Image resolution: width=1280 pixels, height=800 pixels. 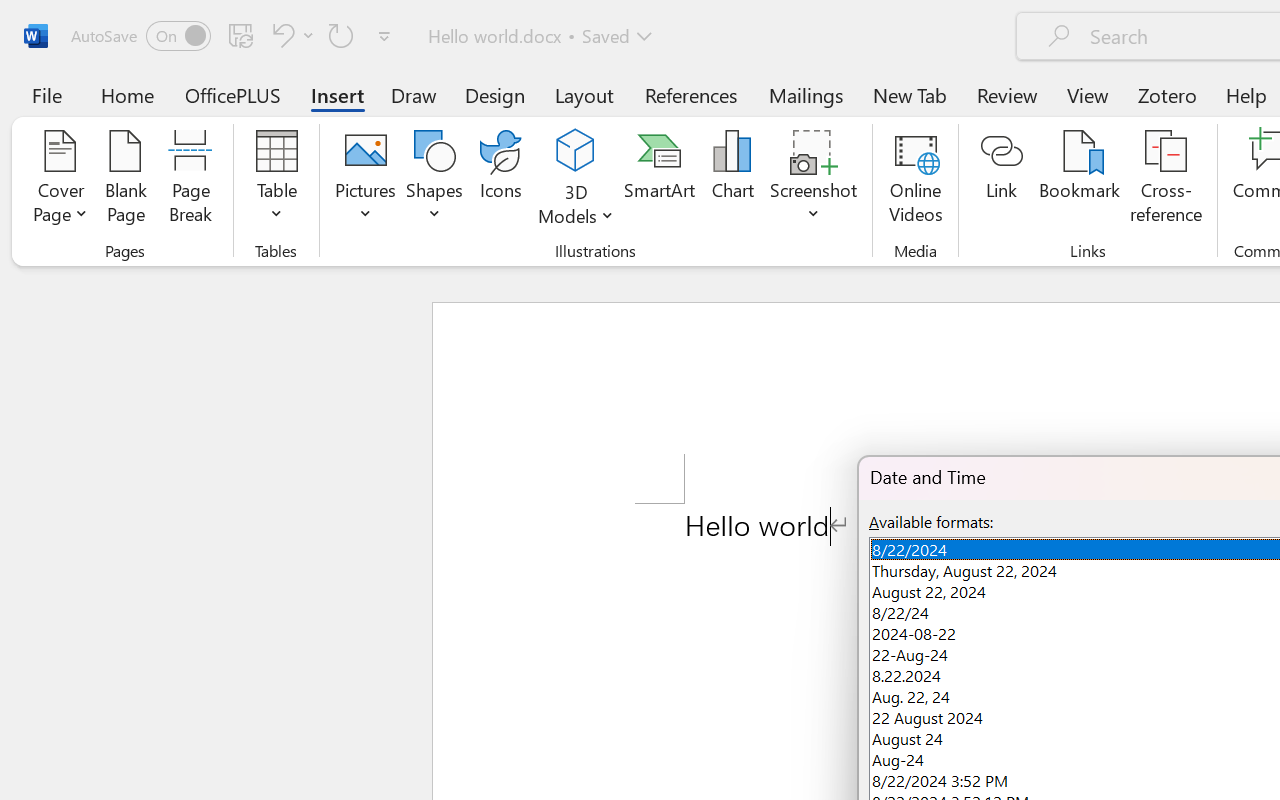 What do you see at coordinates (190, 179) in the screenshot?
I see `'Page Break'` at bounding box center [190, 179].